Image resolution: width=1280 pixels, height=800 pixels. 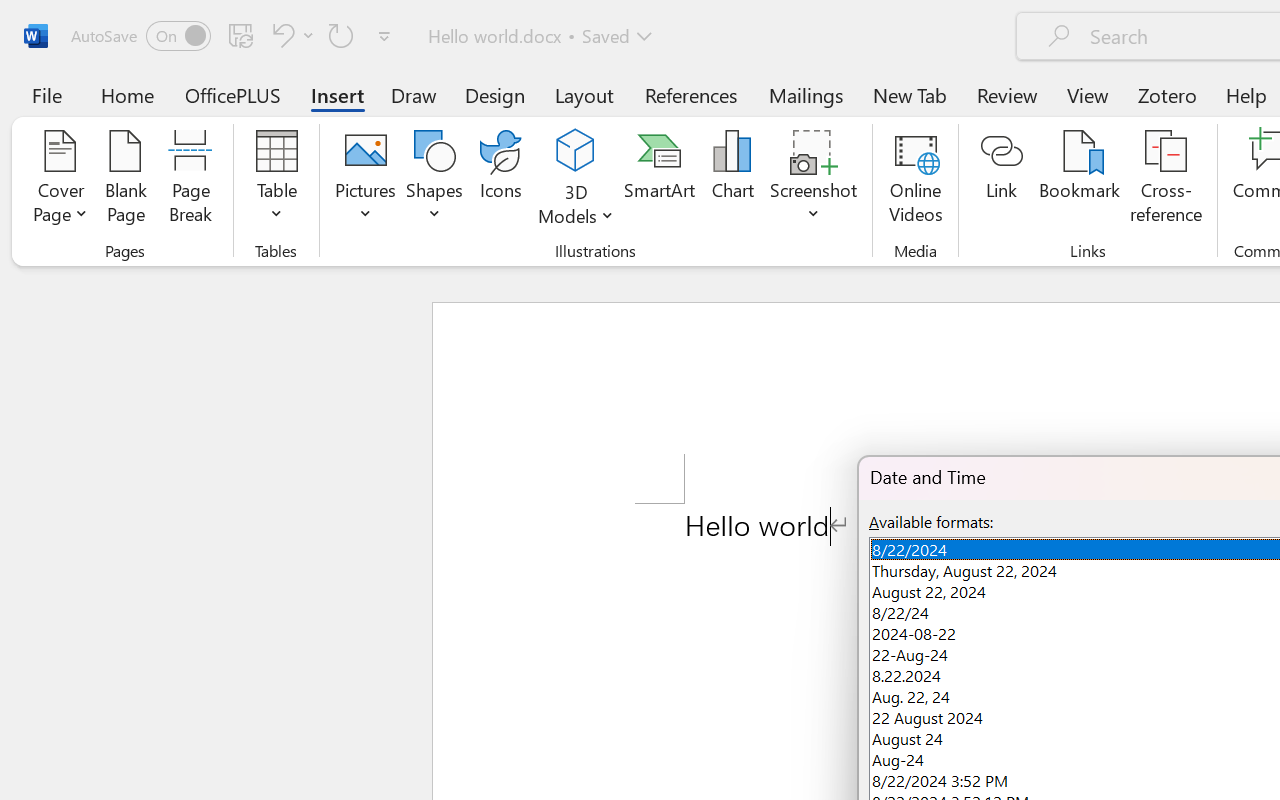 What do you see at coordinates (190, 179) in the screenshot?
I see `'Page Break'` at bounding box center [190, 179].